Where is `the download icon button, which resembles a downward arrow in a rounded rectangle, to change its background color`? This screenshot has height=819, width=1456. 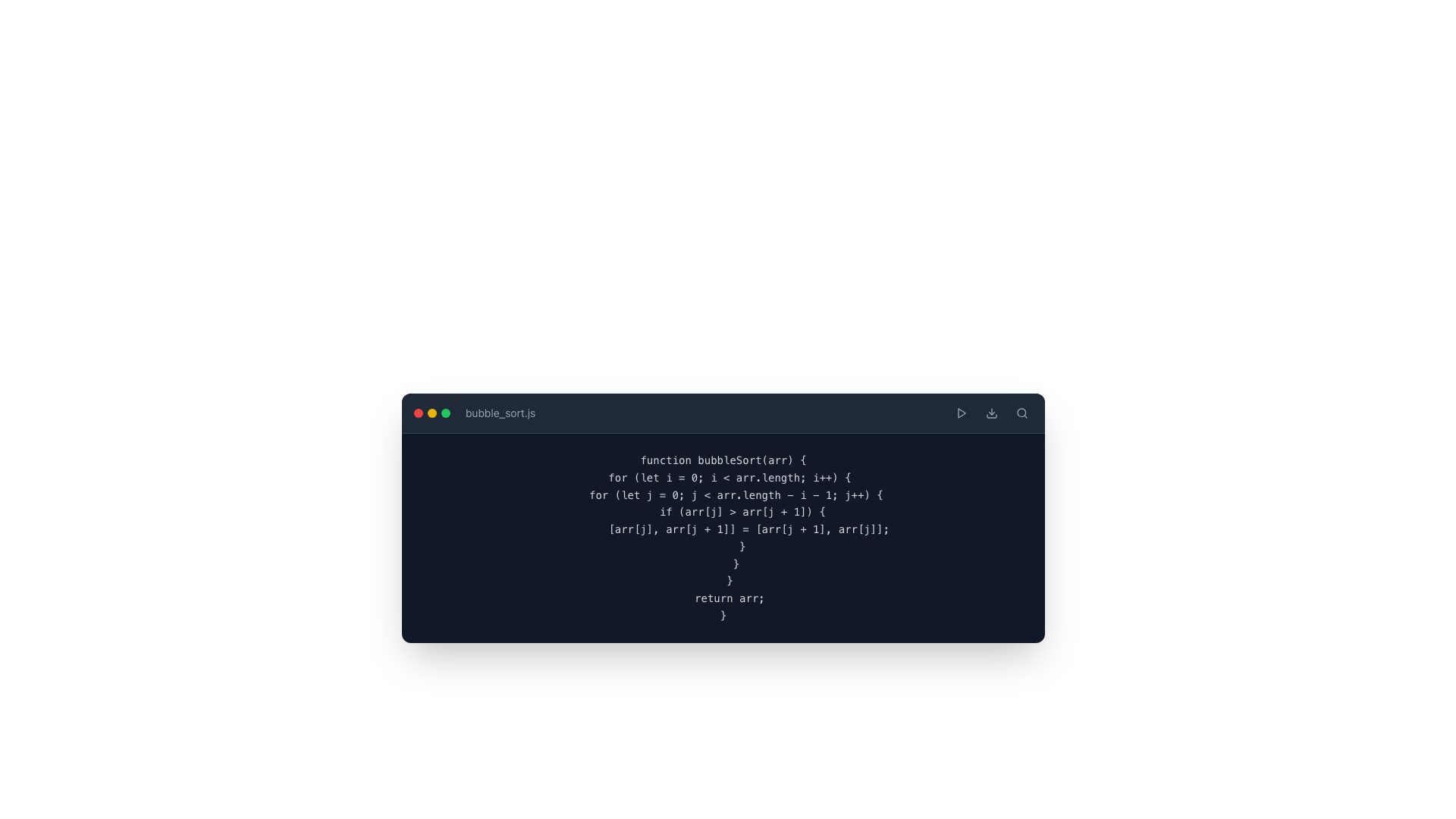
the download icon button, which resembles a downward arrow in a rounded rectangle, to change its background color is located at coordinates (992, 413).